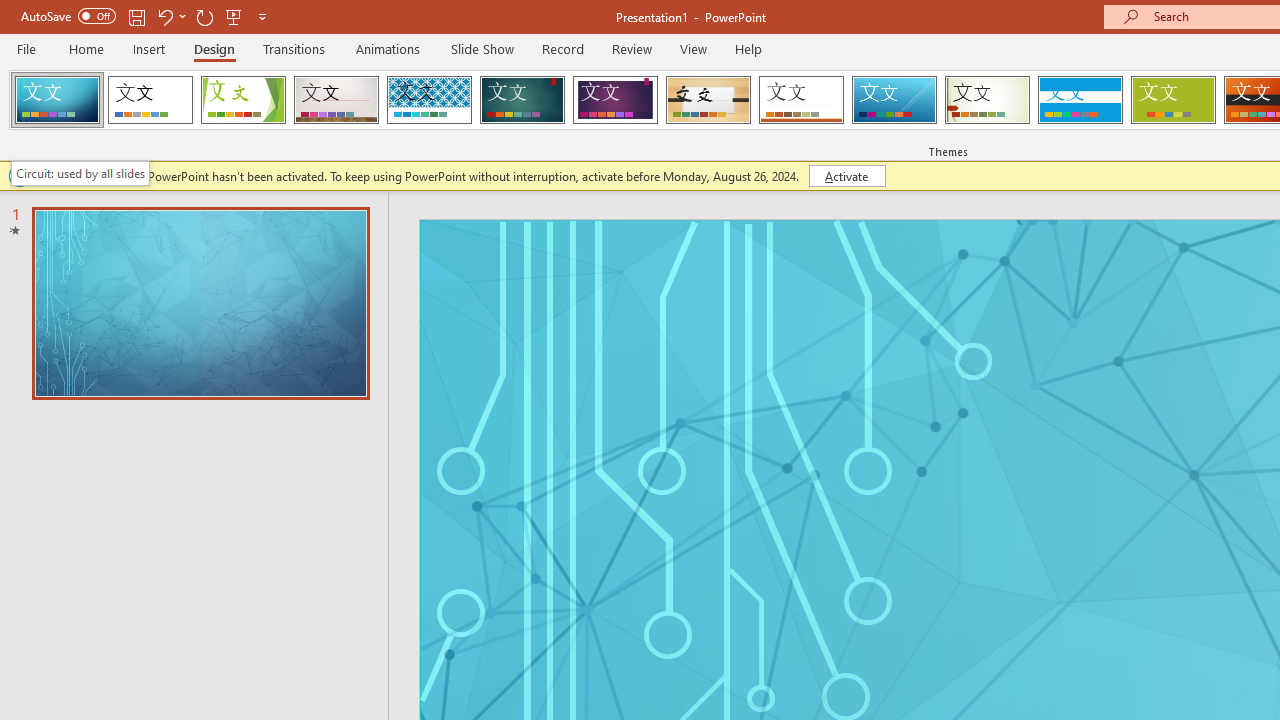  What do you see at coordinates (893, 100) in the screenshot?
I see `'Slice'` at bounding box center [893, 100].